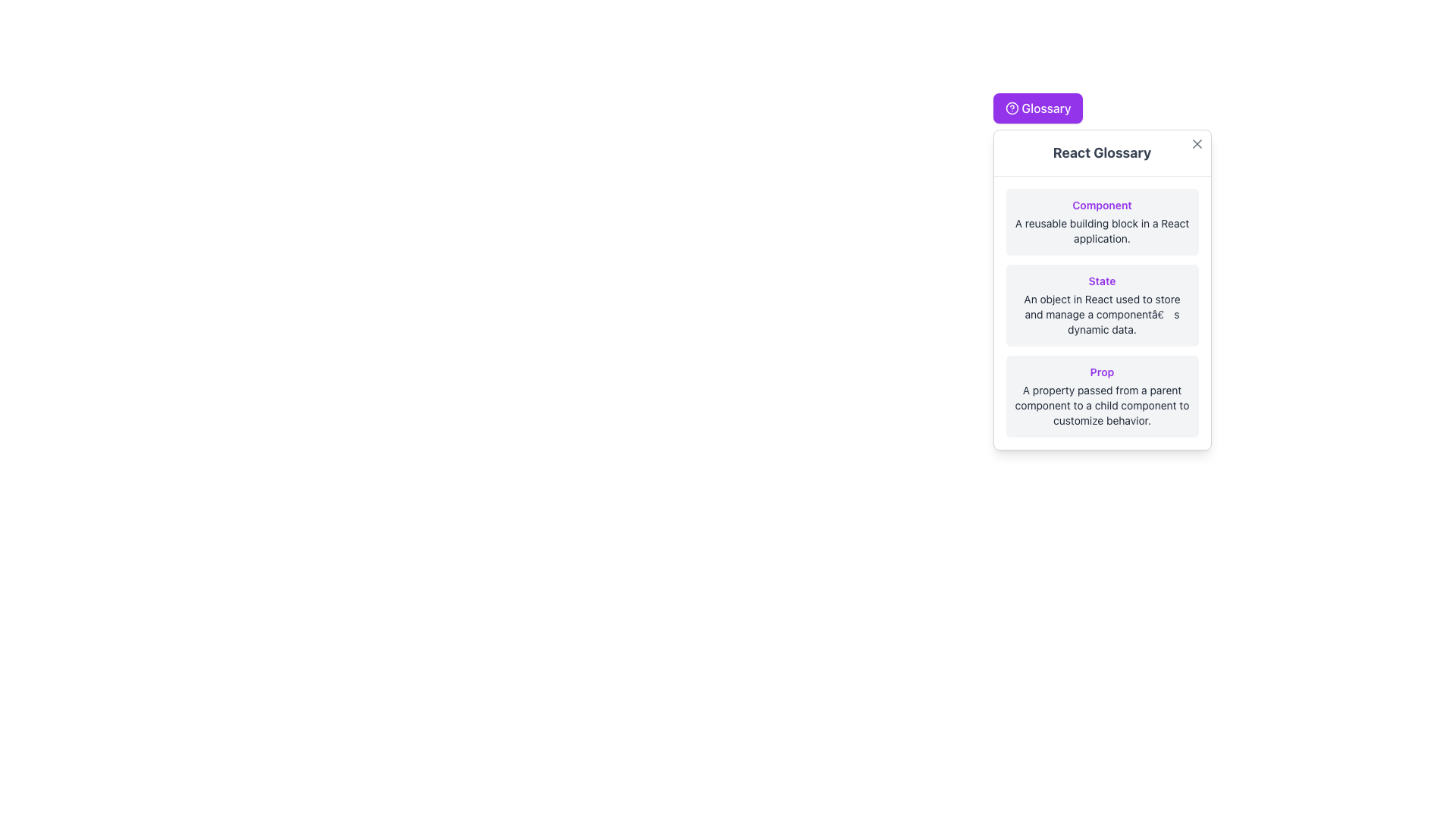  Describe the element at coordinates (1102, 405) in the screenshot. I see `the descriptive text displayed in dark gray color located below the 'Prop' title in the glossary modal` at that location.